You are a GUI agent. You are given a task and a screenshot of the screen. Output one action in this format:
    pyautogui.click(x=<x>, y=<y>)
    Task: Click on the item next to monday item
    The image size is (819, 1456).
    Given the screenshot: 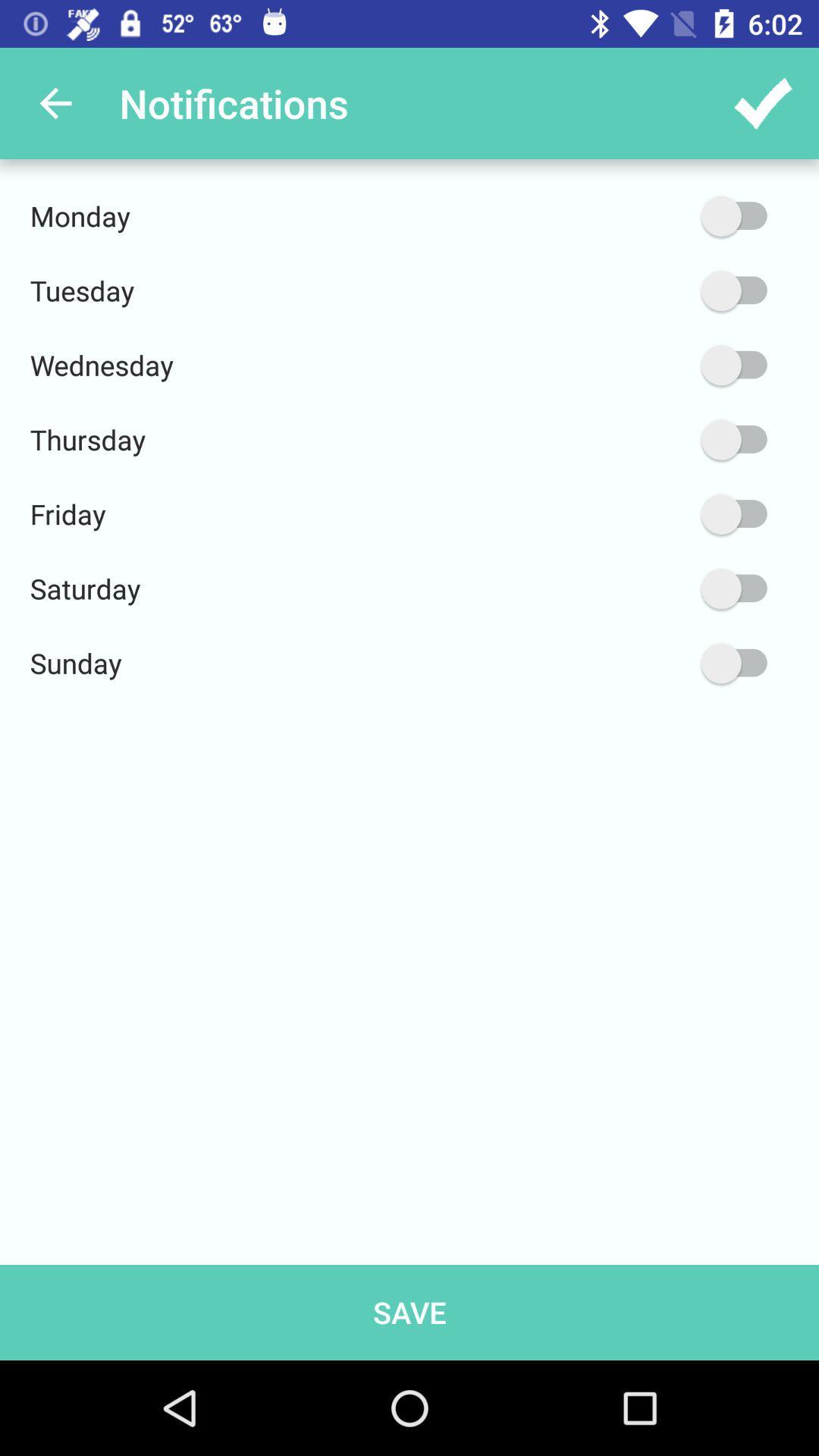 What is the action you would take?
    pyautogui.click(x=661, y=215)
    